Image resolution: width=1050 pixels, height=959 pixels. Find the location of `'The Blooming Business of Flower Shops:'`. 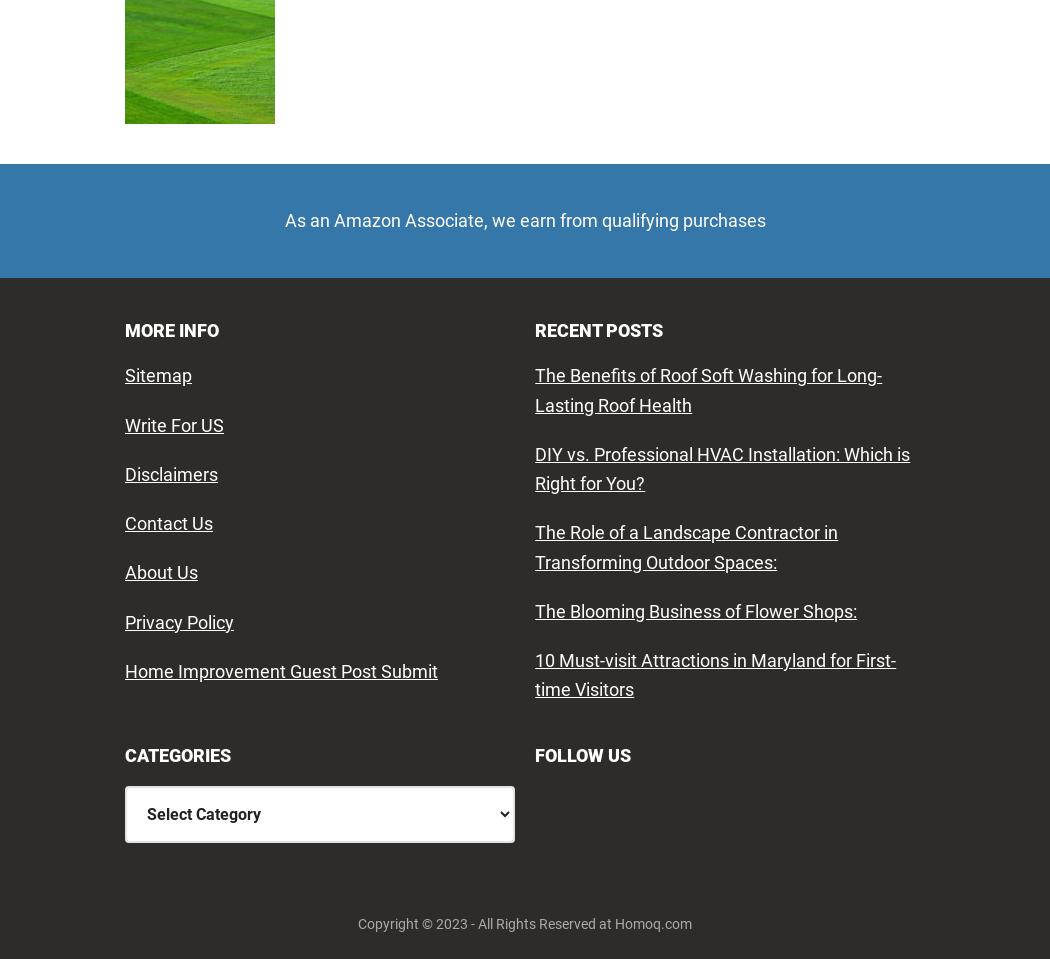

'The Blooming Business of Flower Shops:' is located at coordinates (696, 609).